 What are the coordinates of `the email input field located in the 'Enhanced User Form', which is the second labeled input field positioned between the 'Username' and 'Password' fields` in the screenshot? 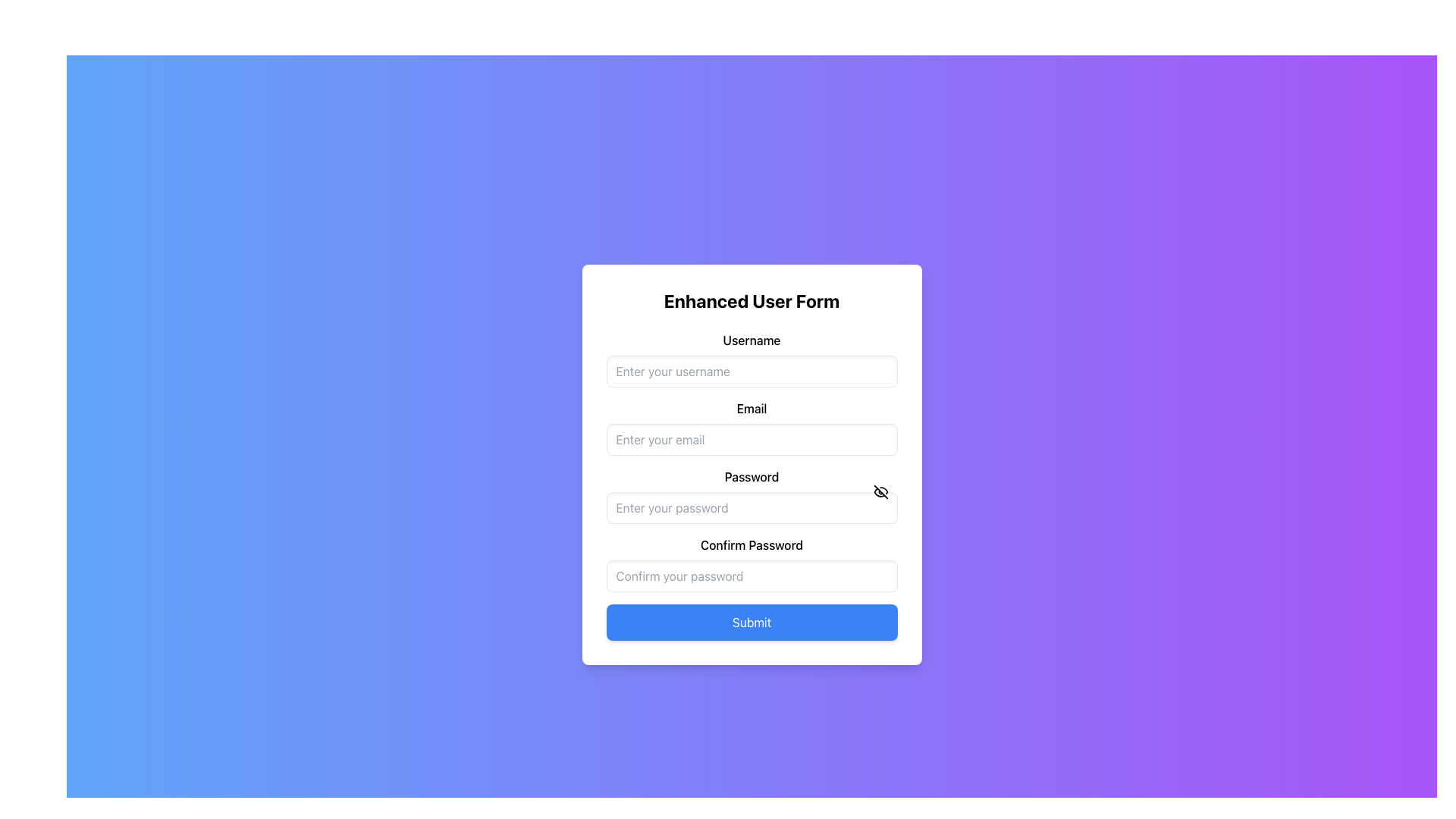 It's located at (752, 427).